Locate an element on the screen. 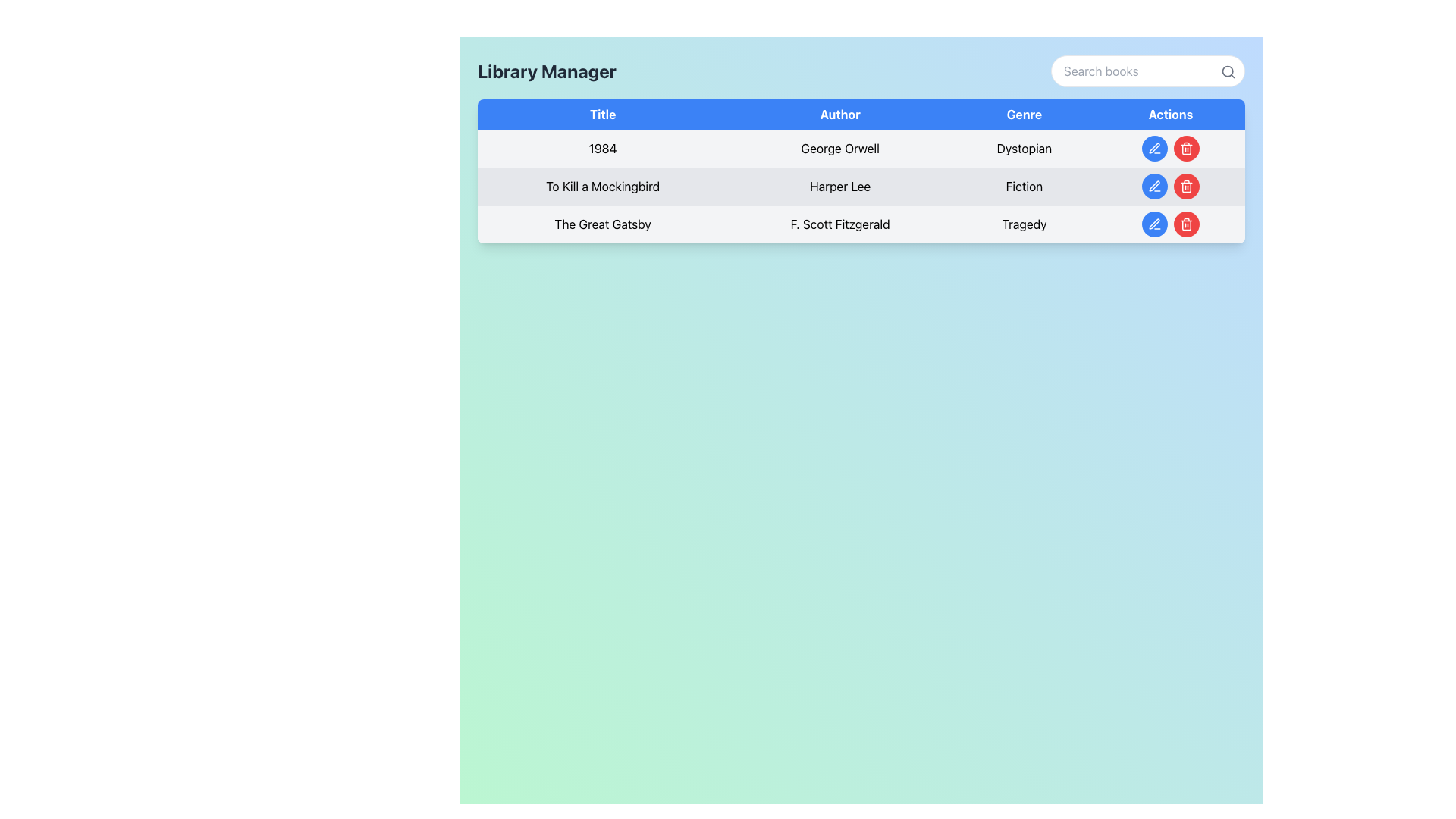 The image size is (1456, 819). the circular red delete button with a white trash can icon, located in the 'Actions' column of the 'Library Manager' table is located at coordinates (1185, 149).